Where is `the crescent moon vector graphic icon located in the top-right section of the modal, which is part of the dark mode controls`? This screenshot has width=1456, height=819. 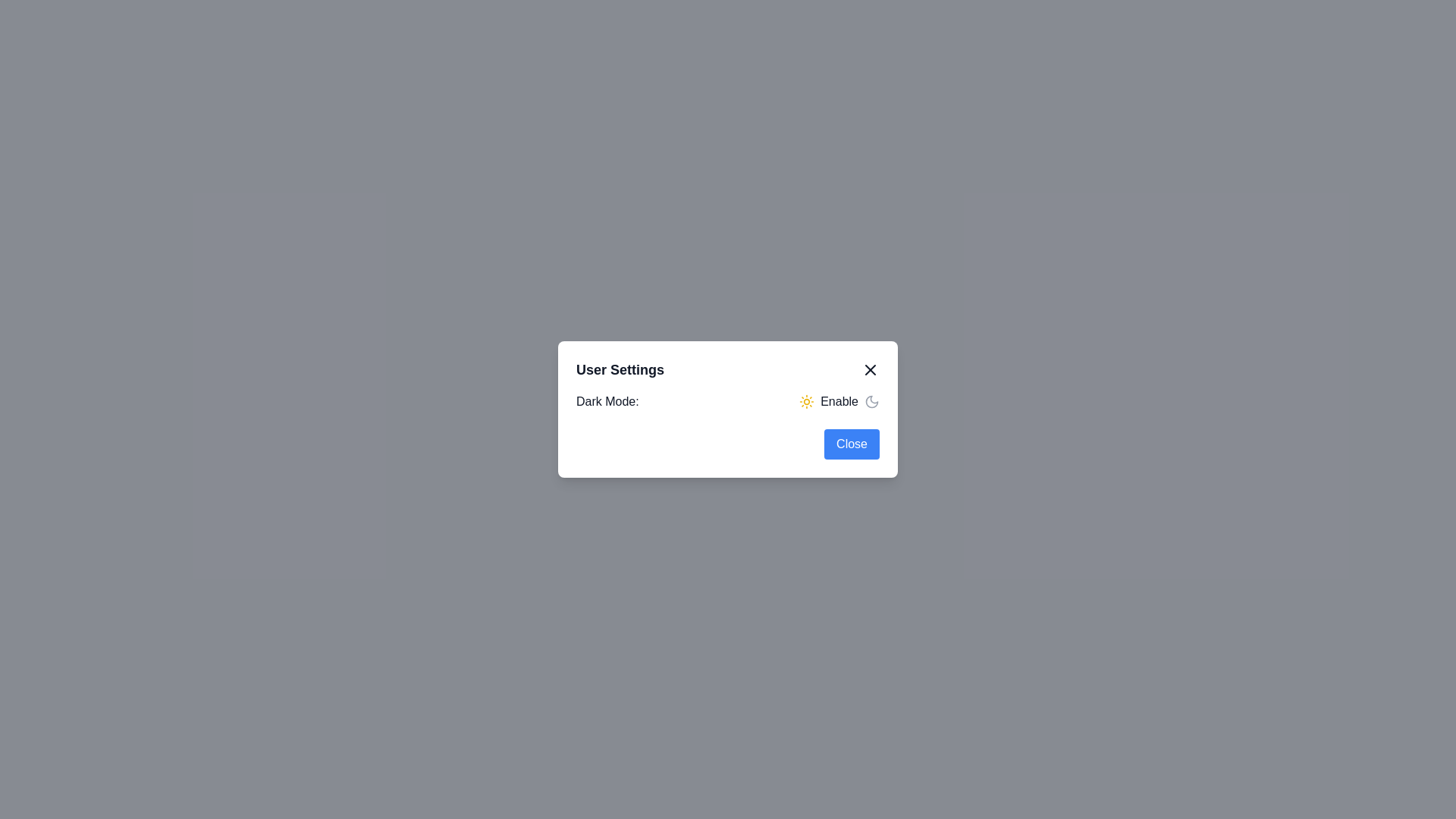
the crescent moon vector graphic icon located in the top-right section of the modal, which is part of the dark mode controls is located at coordinates (872, 400).